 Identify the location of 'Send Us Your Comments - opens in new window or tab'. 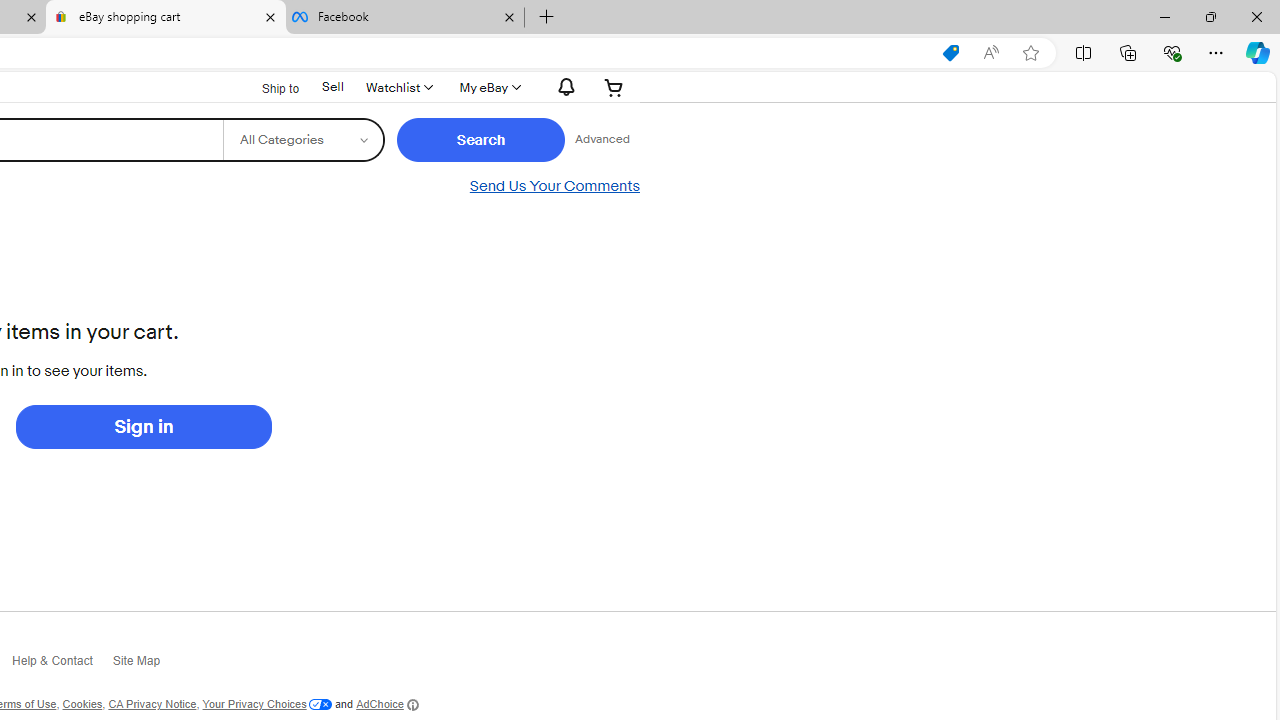
(554, 186).